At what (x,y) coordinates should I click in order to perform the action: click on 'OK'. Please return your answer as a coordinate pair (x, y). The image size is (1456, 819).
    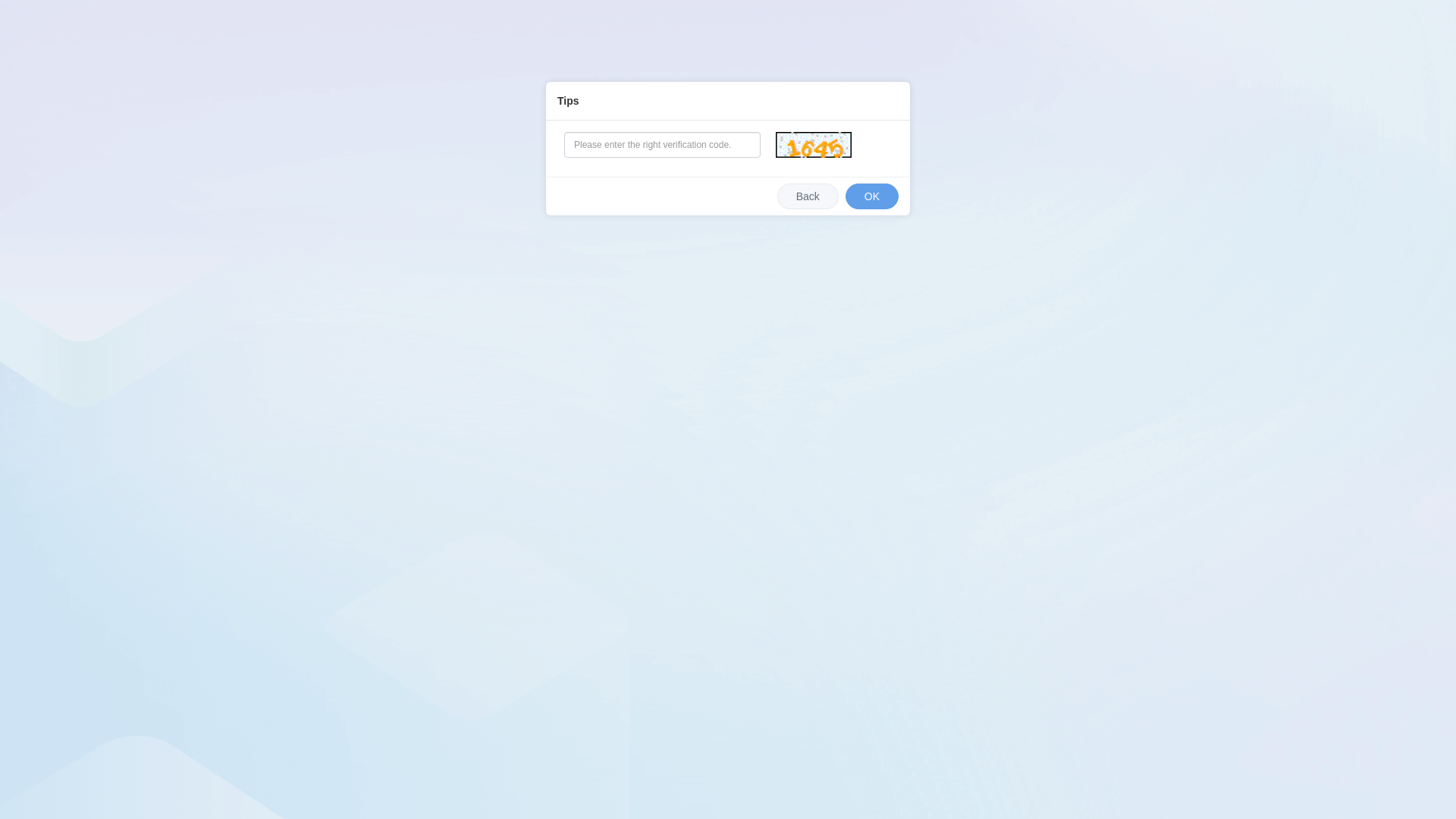
    Looking at the image, I should click on (844, 195).